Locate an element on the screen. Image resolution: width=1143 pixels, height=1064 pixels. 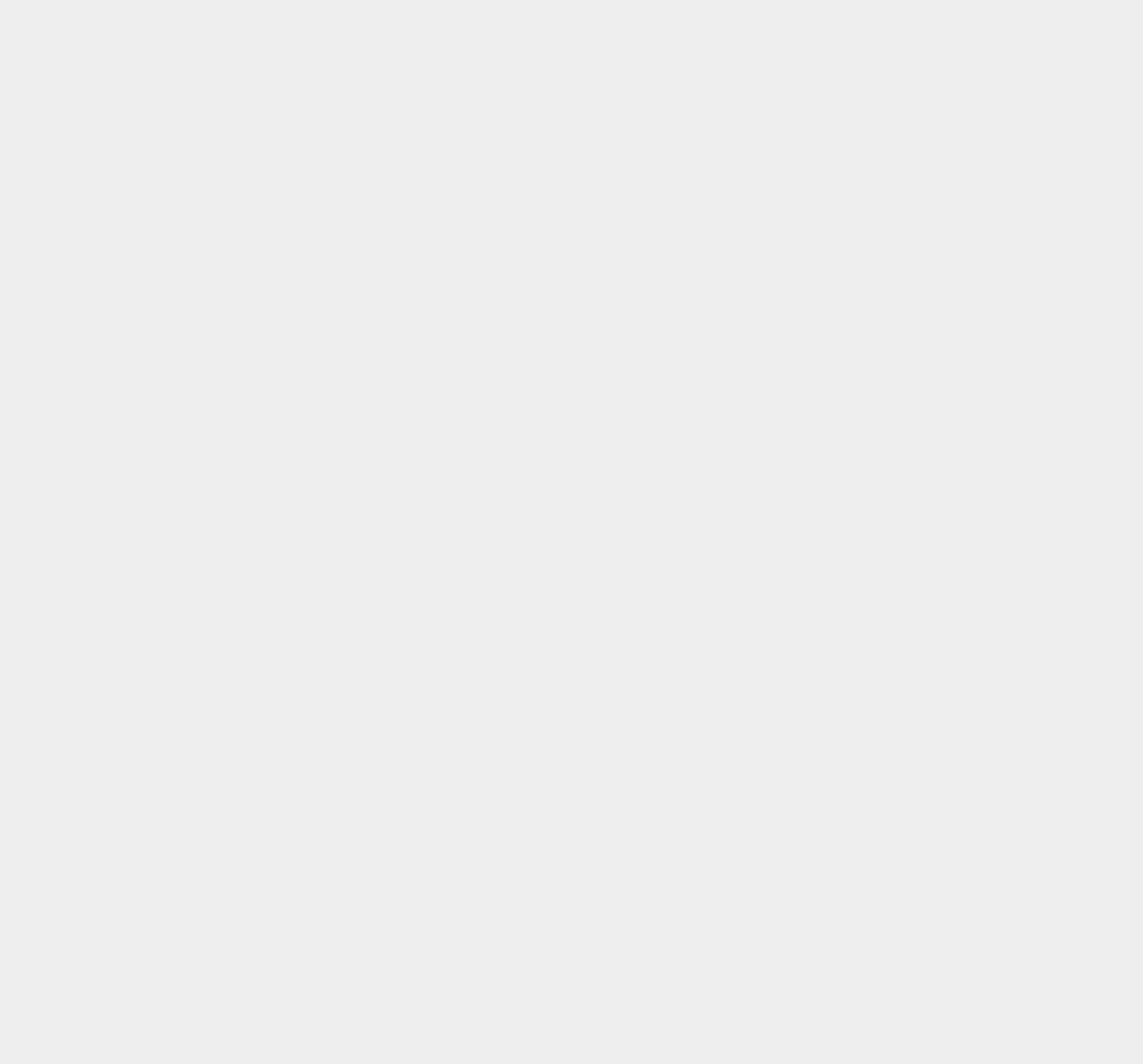
'Search Engine' is located at coordinates (807, 239).